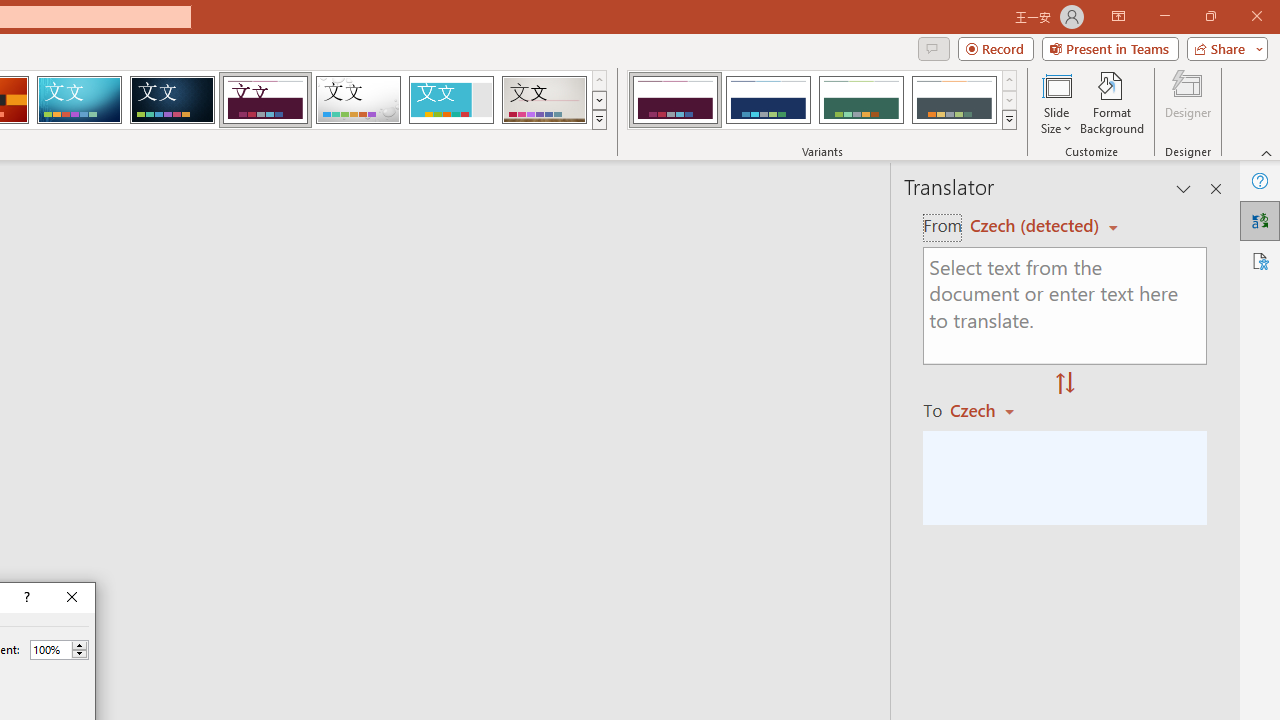 Image resolution: width=1280 pixels, height=720 pixels. I want to click on 'Designer', so click(1188, 103).